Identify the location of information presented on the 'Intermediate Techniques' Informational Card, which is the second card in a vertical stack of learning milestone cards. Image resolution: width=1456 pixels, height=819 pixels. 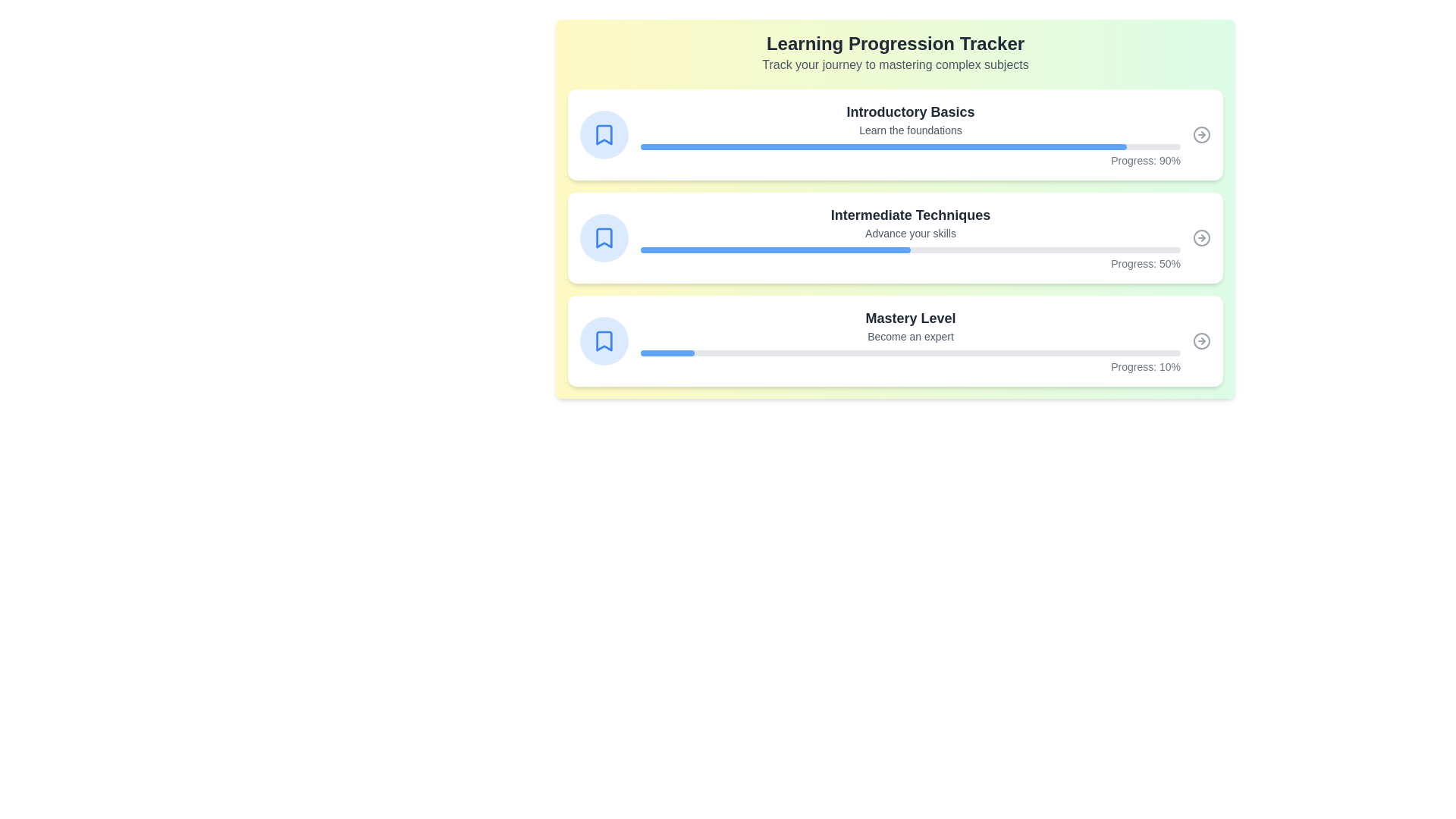
(895, 237).